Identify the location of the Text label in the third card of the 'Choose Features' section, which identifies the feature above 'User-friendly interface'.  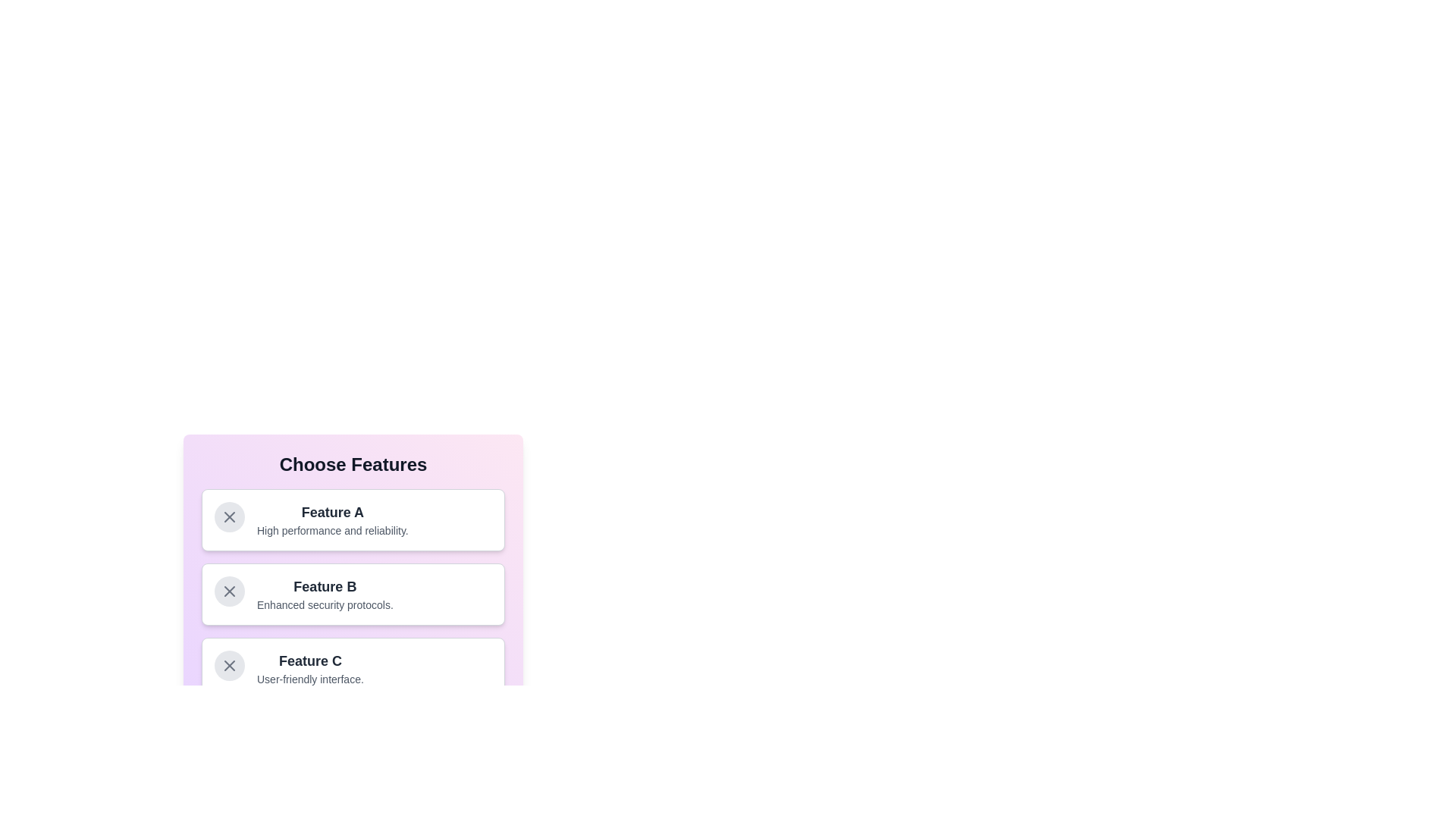
(309, 660).